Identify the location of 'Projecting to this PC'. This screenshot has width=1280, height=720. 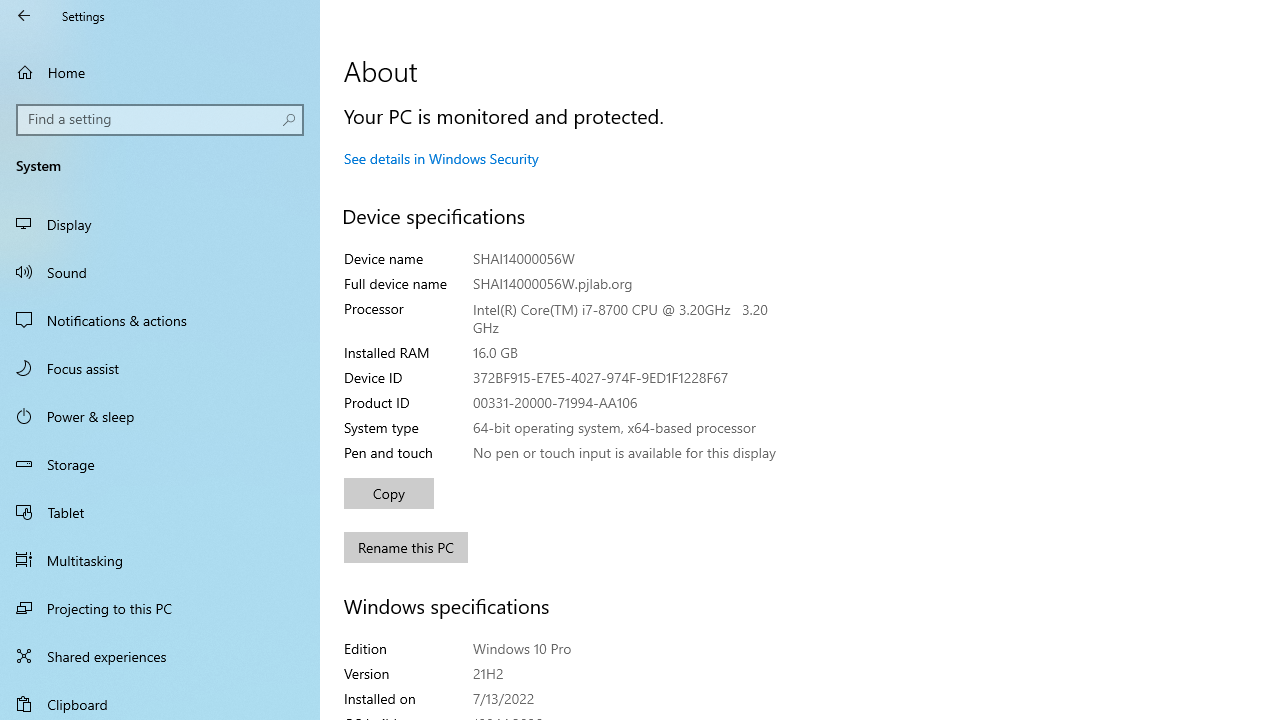
(160, 607).